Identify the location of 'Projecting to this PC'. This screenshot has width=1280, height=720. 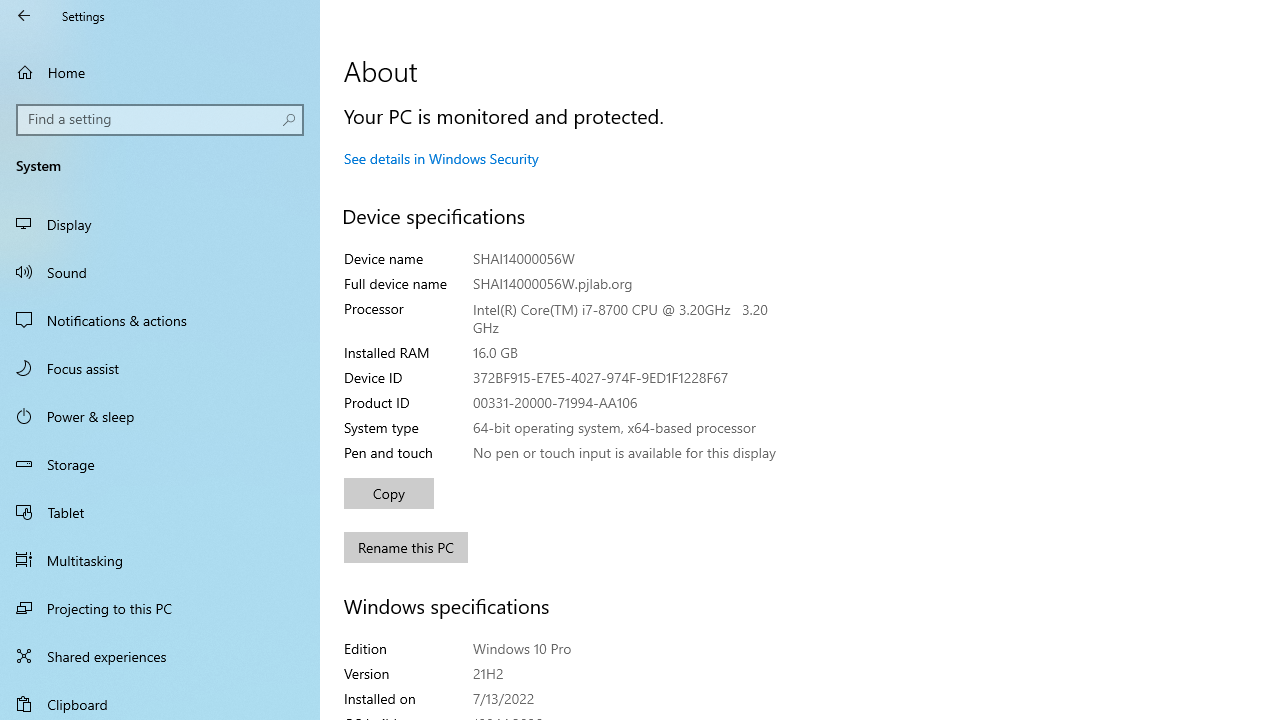
(160, 607).